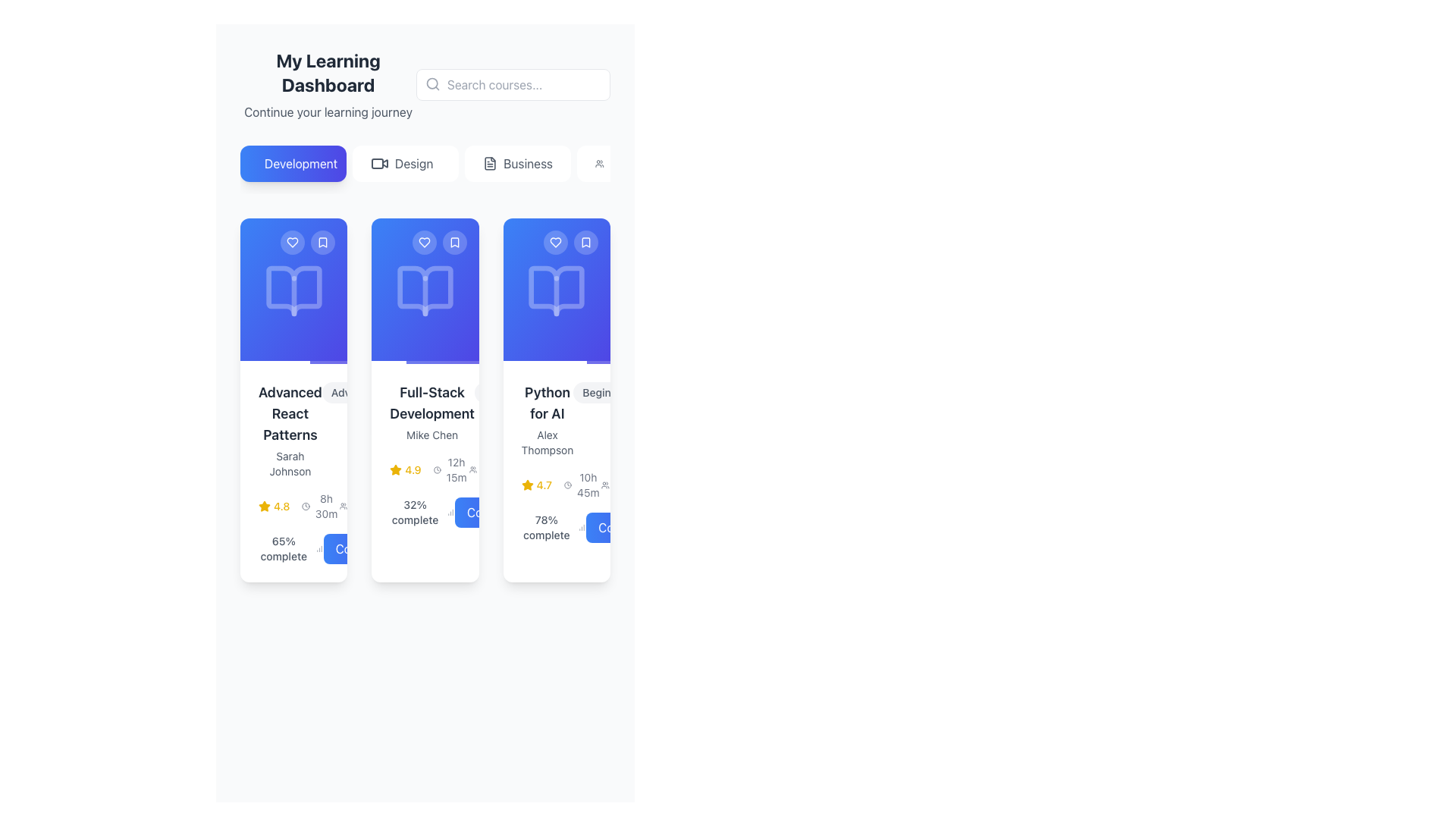  Describe the element at coordinates (293, 164) in the screenshot. I see `the 'Development' button, which is a rounded rectangular button with a gradient background from blue to indigo and contains white text and a book icon` at that location.